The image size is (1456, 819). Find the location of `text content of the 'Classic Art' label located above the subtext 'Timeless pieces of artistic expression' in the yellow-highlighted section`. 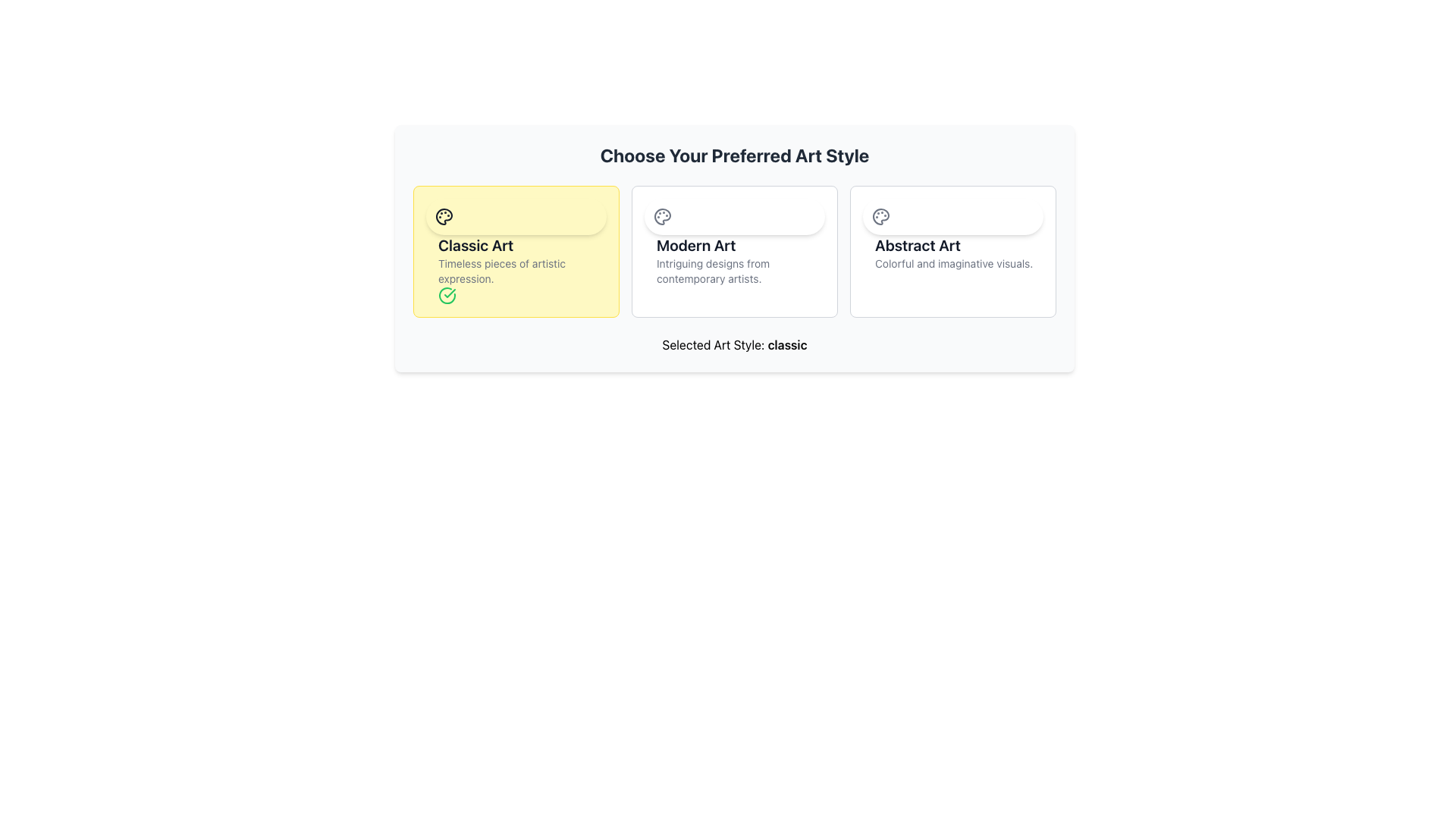

text content of the 'Classic Art' label located above the subtext 'Timeless pieces of artistic expression' in the yellow-highlighted section is located at coordinates (522, 245).